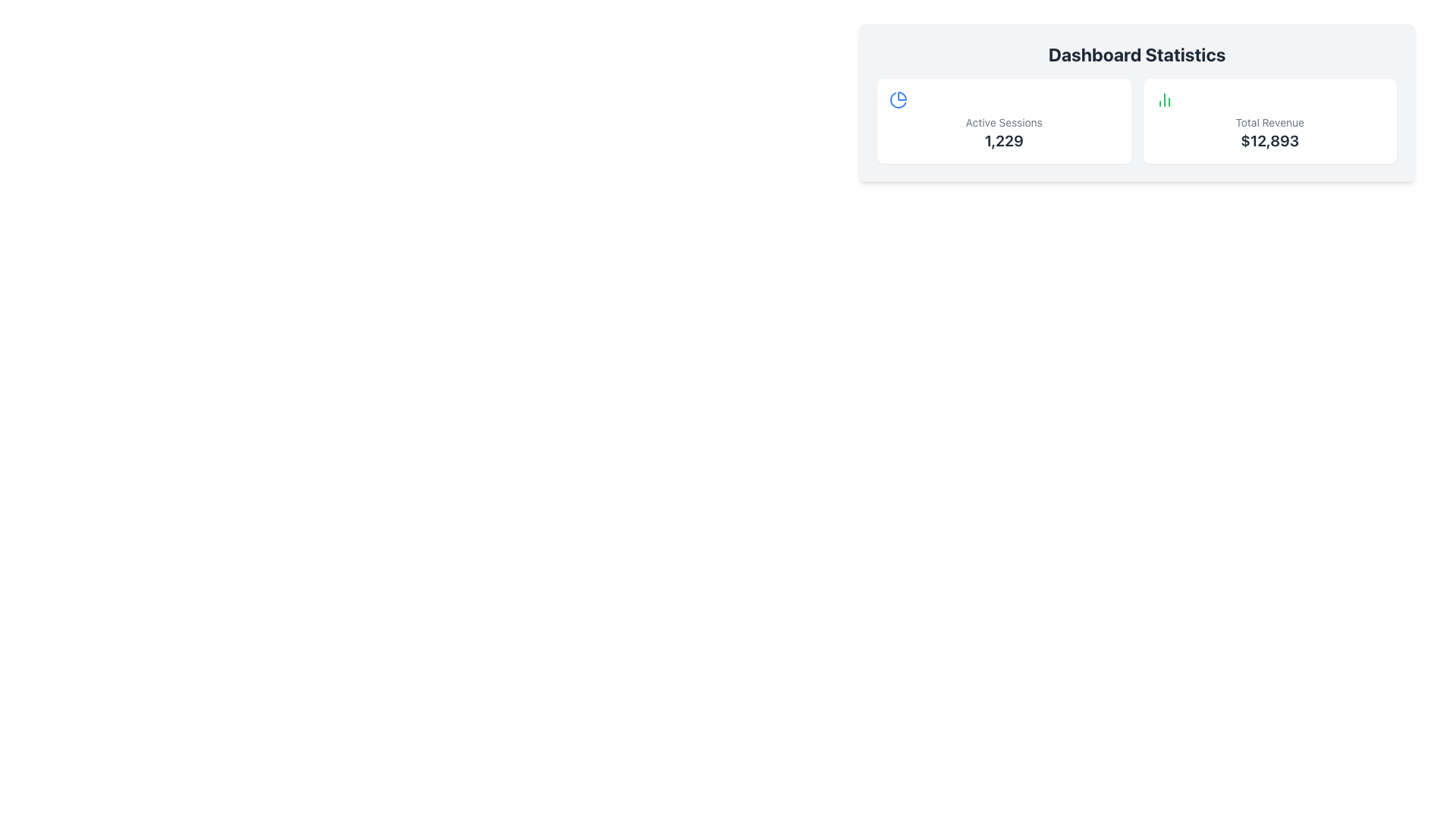  I want to click on content displayed in the text element showing the total revenue value, which is located in the 'Total Revenue' card within the 'Dashboard Statistics' section, so click(1269, 140).